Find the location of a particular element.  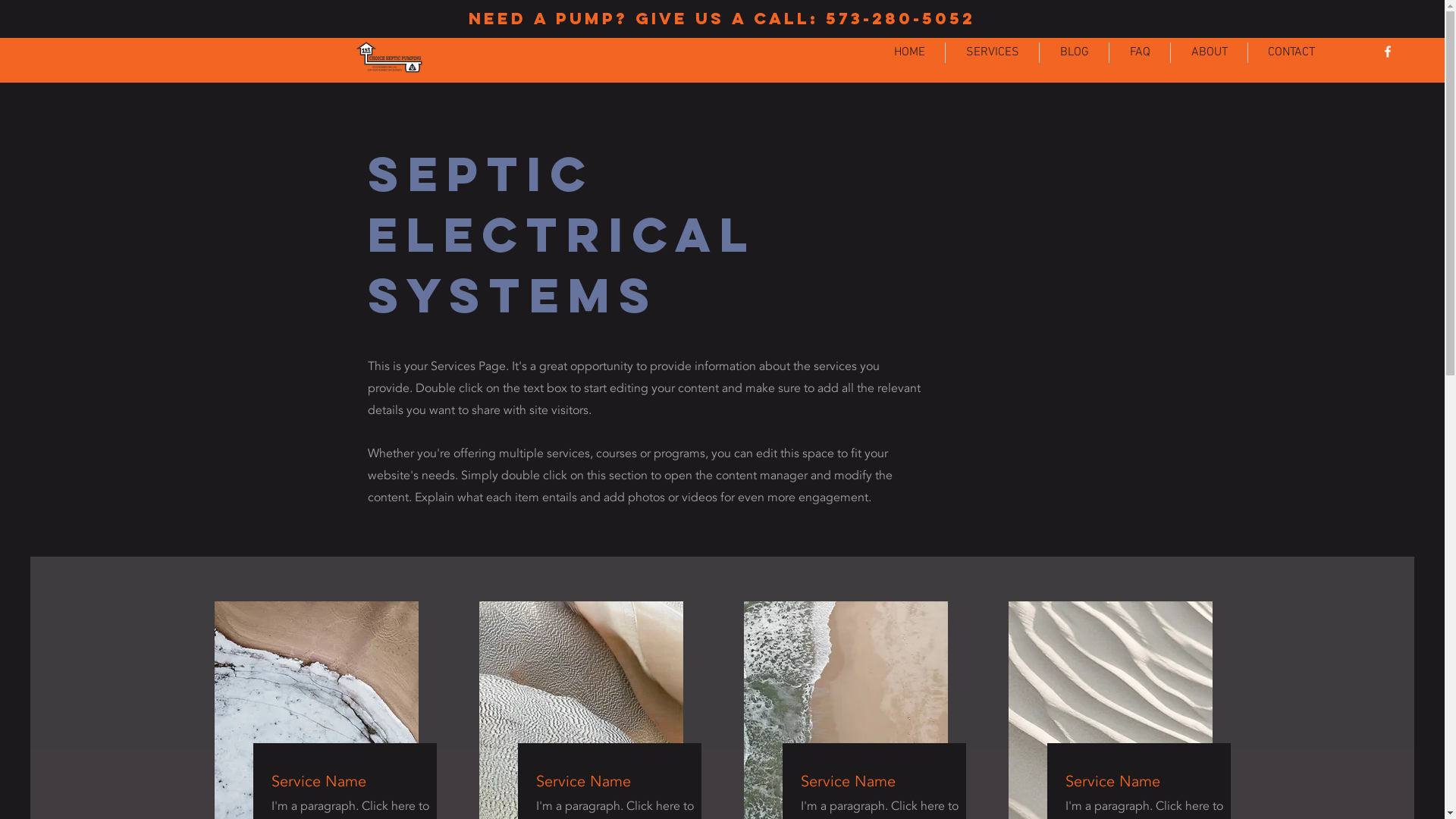

'HOME' is located at coordinates (909, 52).